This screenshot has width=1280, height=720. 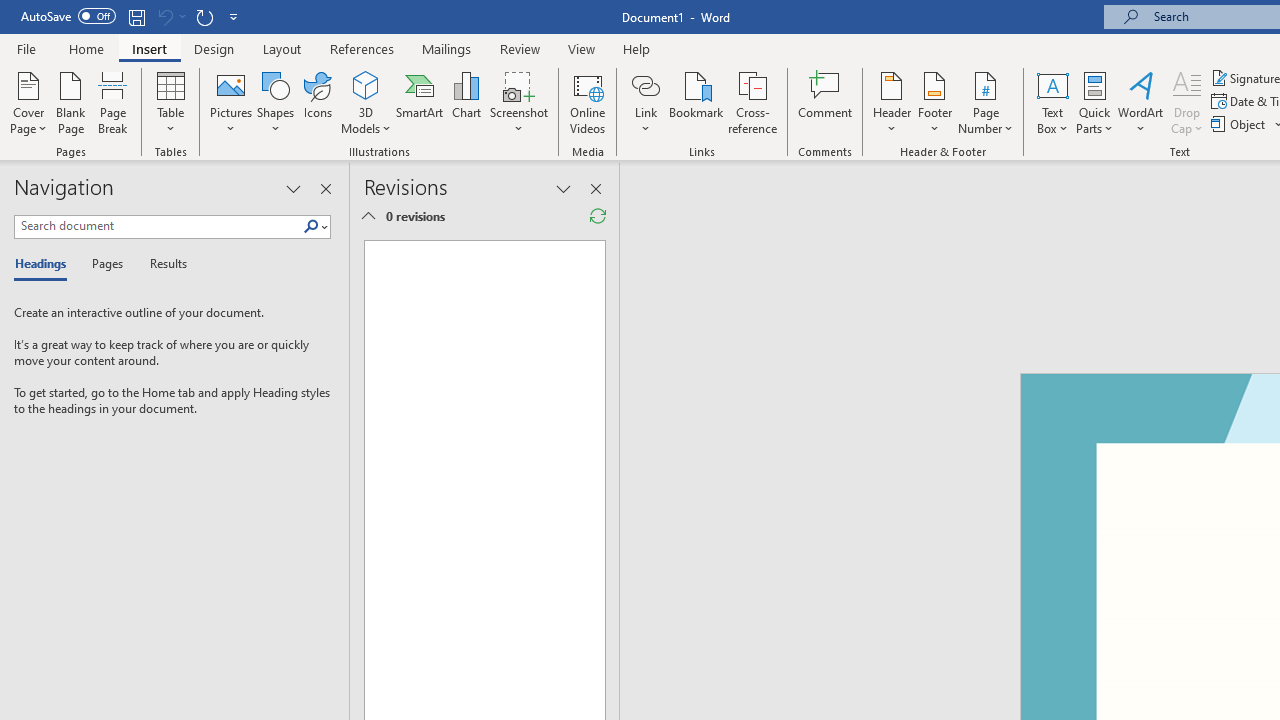 I want to click on 'Object...', so click(x=1239, y=124).